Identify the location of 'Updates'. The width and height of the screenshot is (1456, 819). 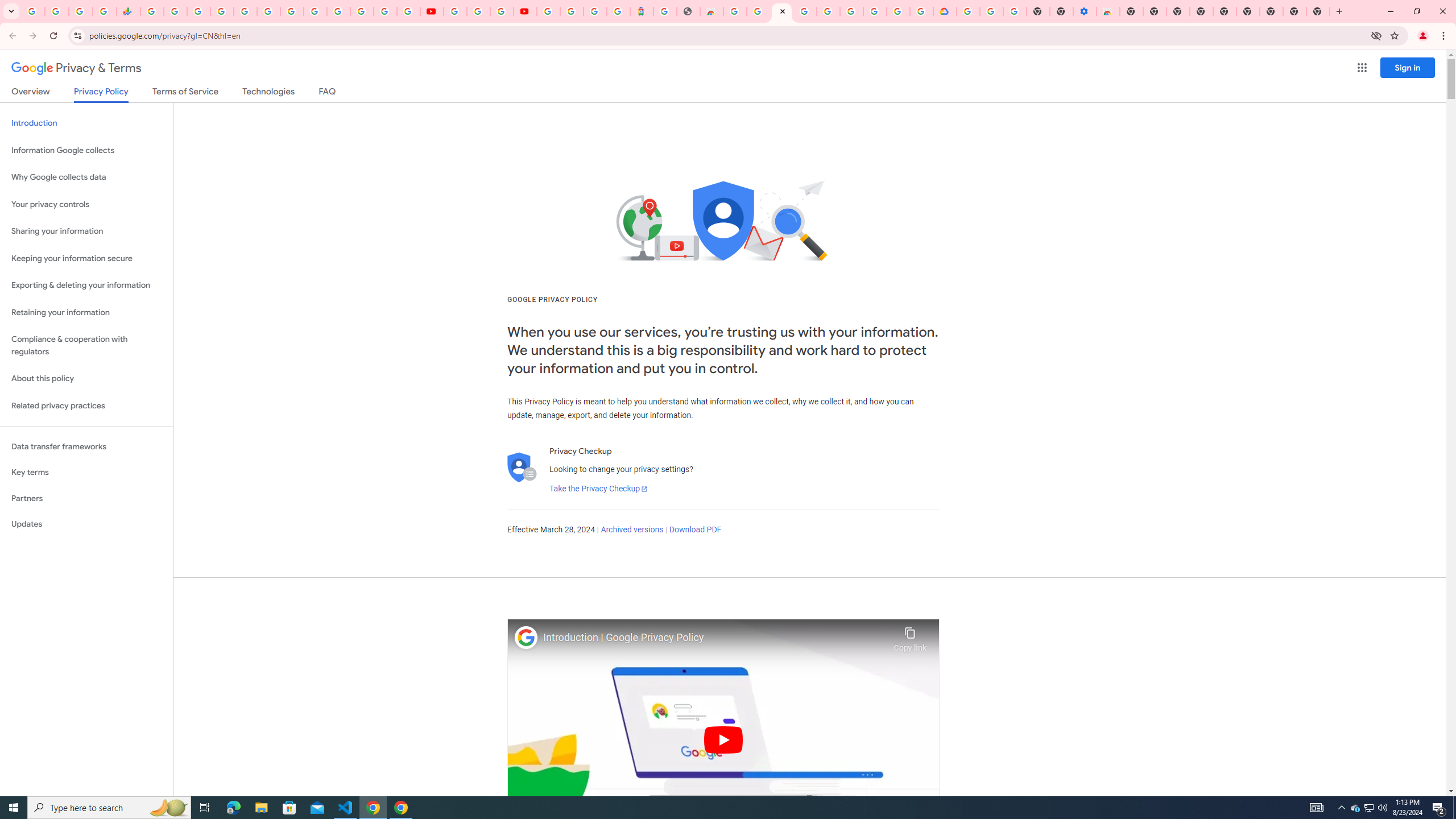
(86, 523).